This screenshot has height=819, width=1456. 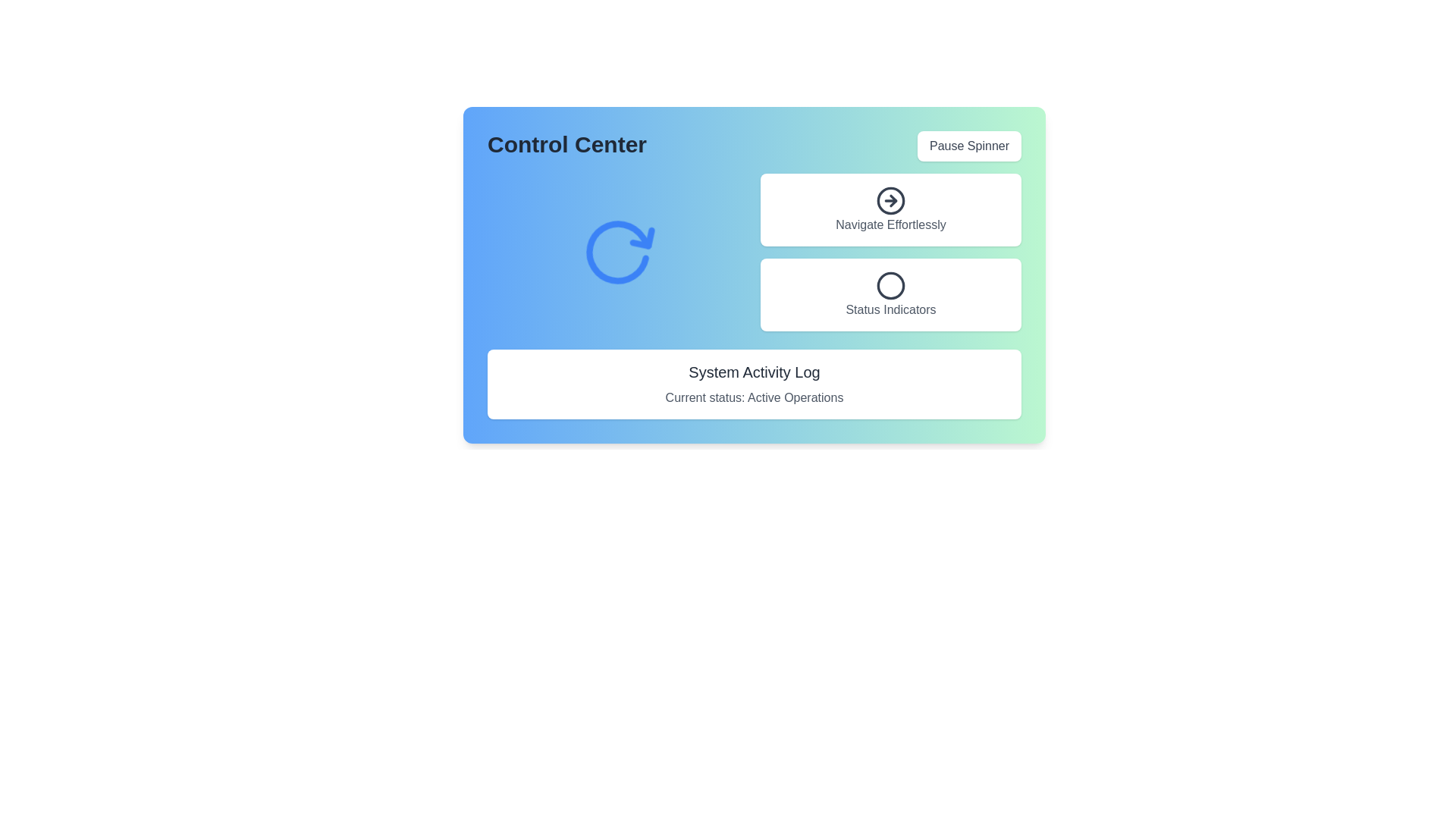 What do you see at coordinates (891, 295) in the screenshot?
I see `the 'Status Indicators' text on the second card in the central area of the interface for more information` at bounding box center [891, 295].